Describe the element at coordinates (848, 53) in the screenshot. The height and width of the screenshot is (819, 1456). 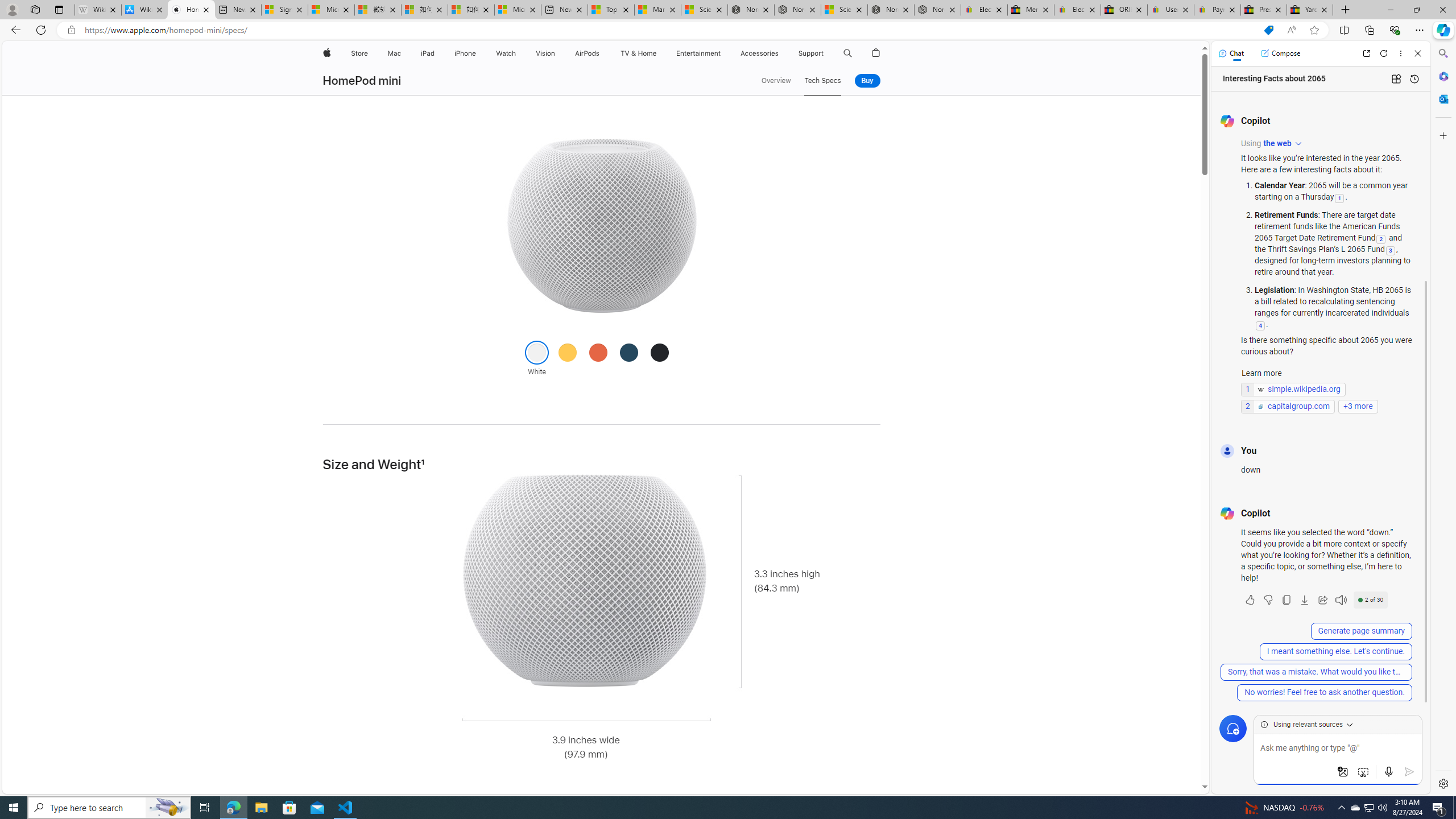
I see `'Search apple.com'` at that location.